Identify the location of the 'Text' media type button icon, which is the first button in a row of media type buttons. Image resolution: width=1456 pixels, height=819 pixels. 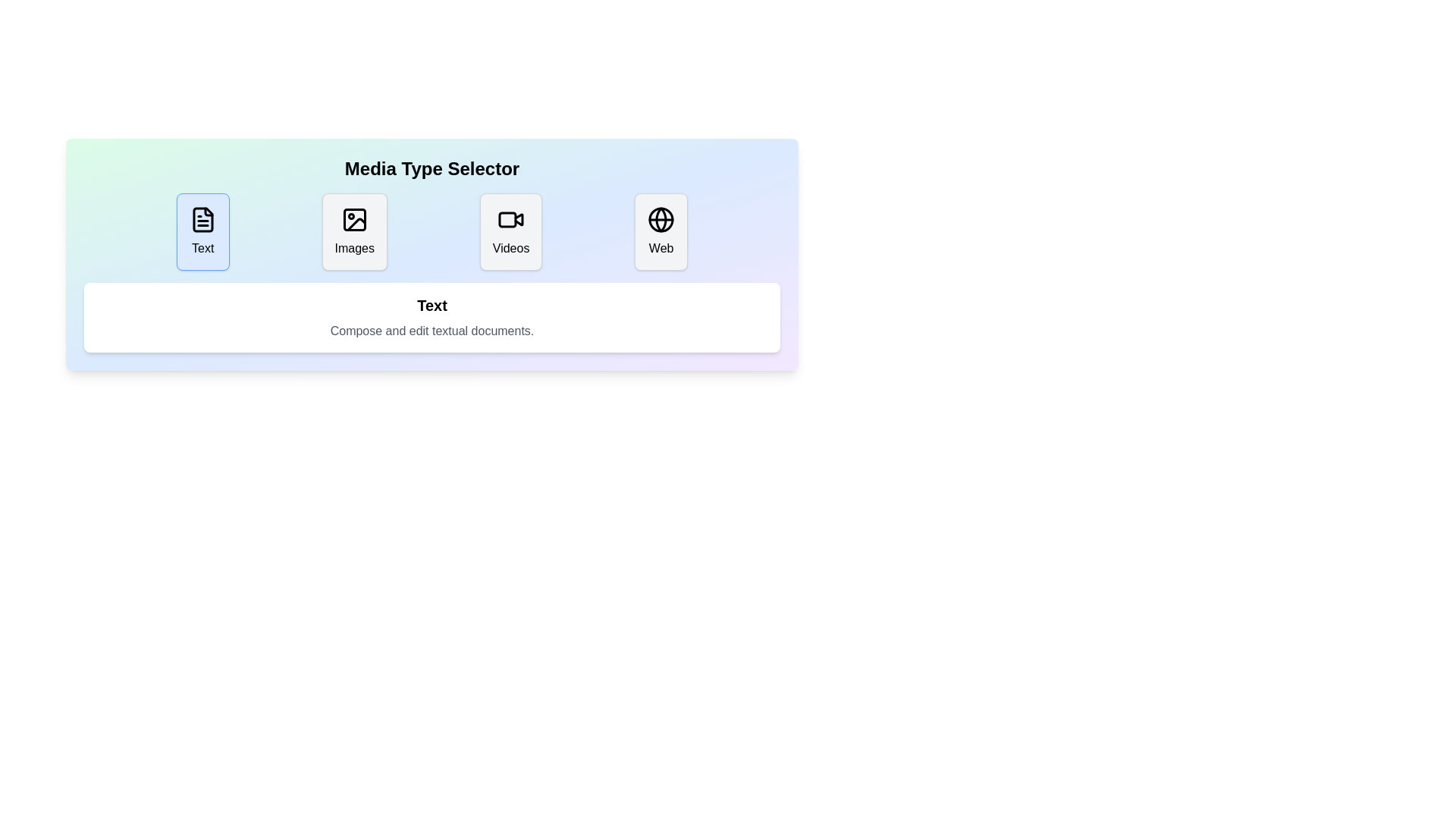
(202, 219).